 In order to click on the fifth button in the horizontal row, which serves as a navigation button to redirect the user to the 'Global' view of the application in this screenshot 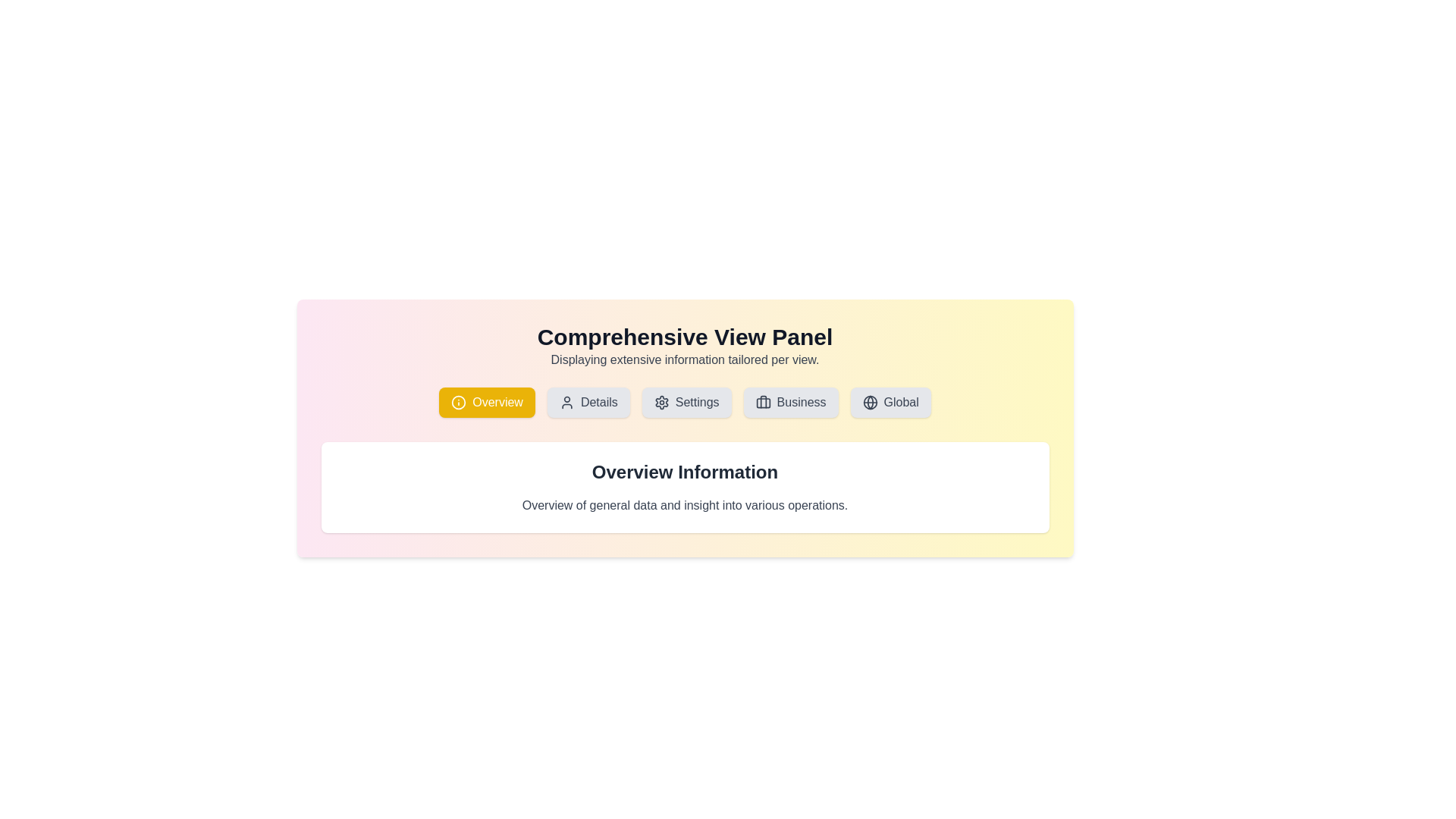, I will do `click(890, 402)`.